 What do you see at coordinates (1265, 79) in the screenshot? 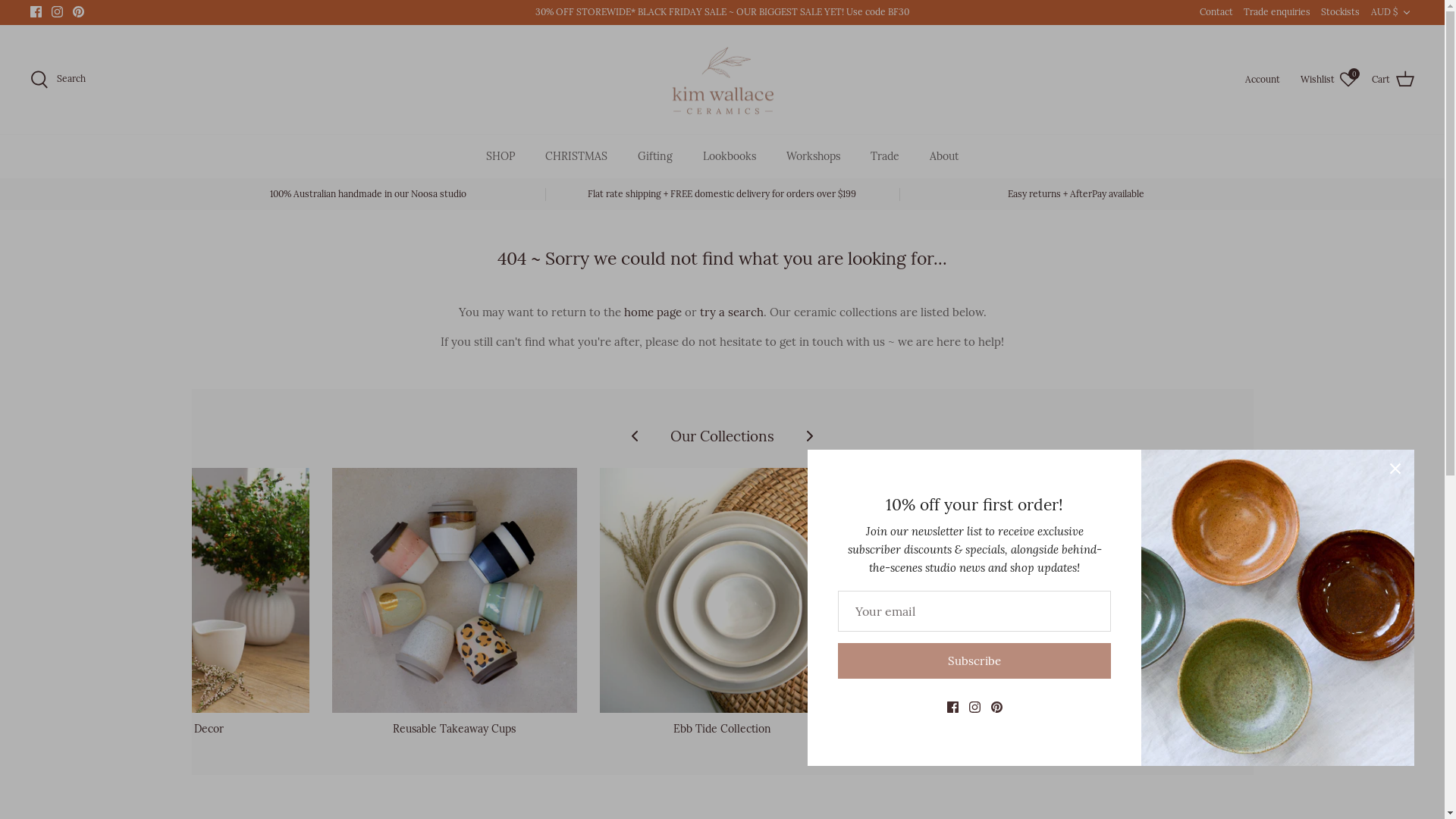
I see `'Account'` at bounding box center [1265, 79].